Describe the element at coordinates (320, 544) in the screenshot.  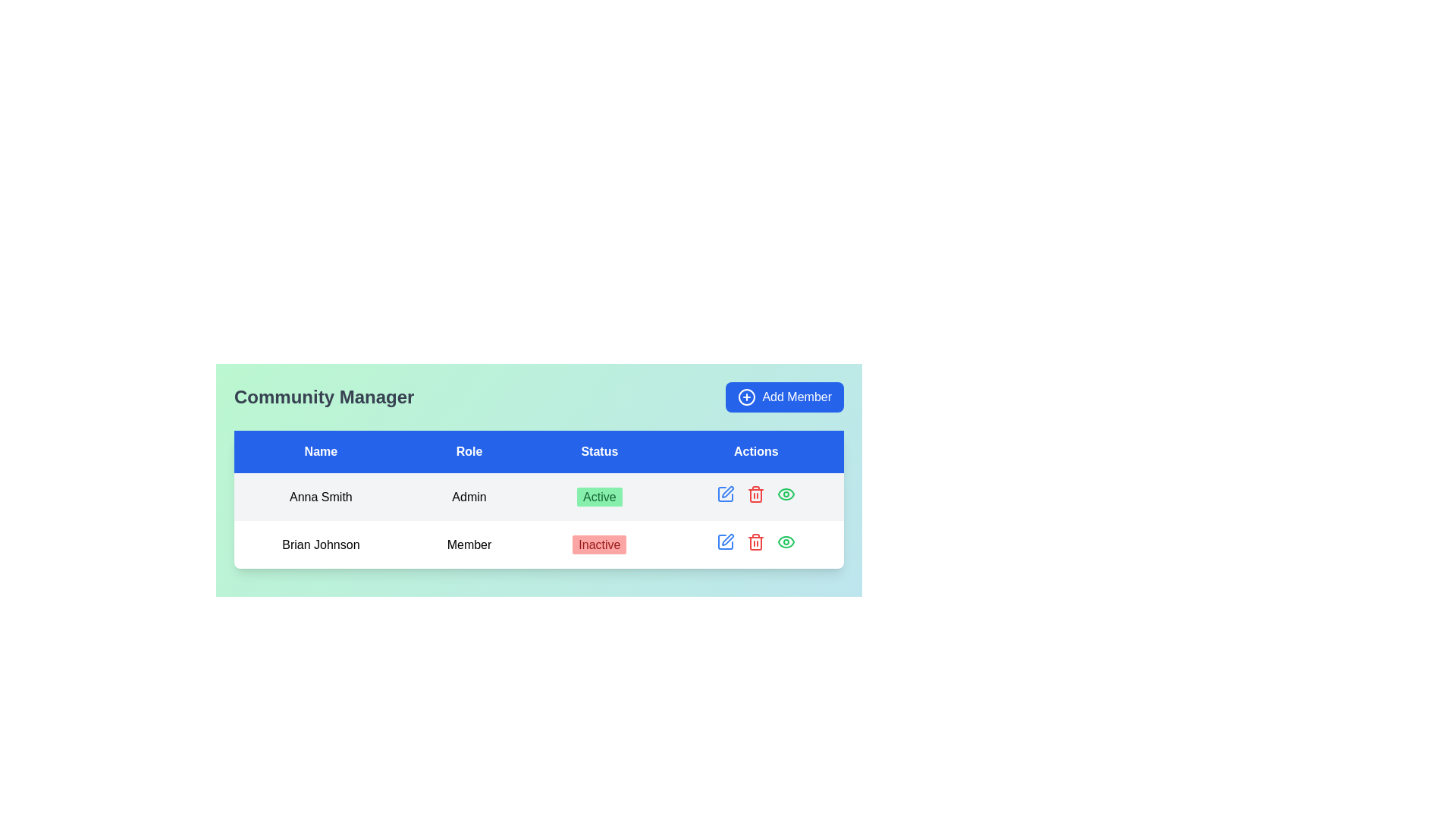
I see `the text label element displaying 'Brian Johnson' located in the first column of the second row under the 'Community Manager' section` at that location.